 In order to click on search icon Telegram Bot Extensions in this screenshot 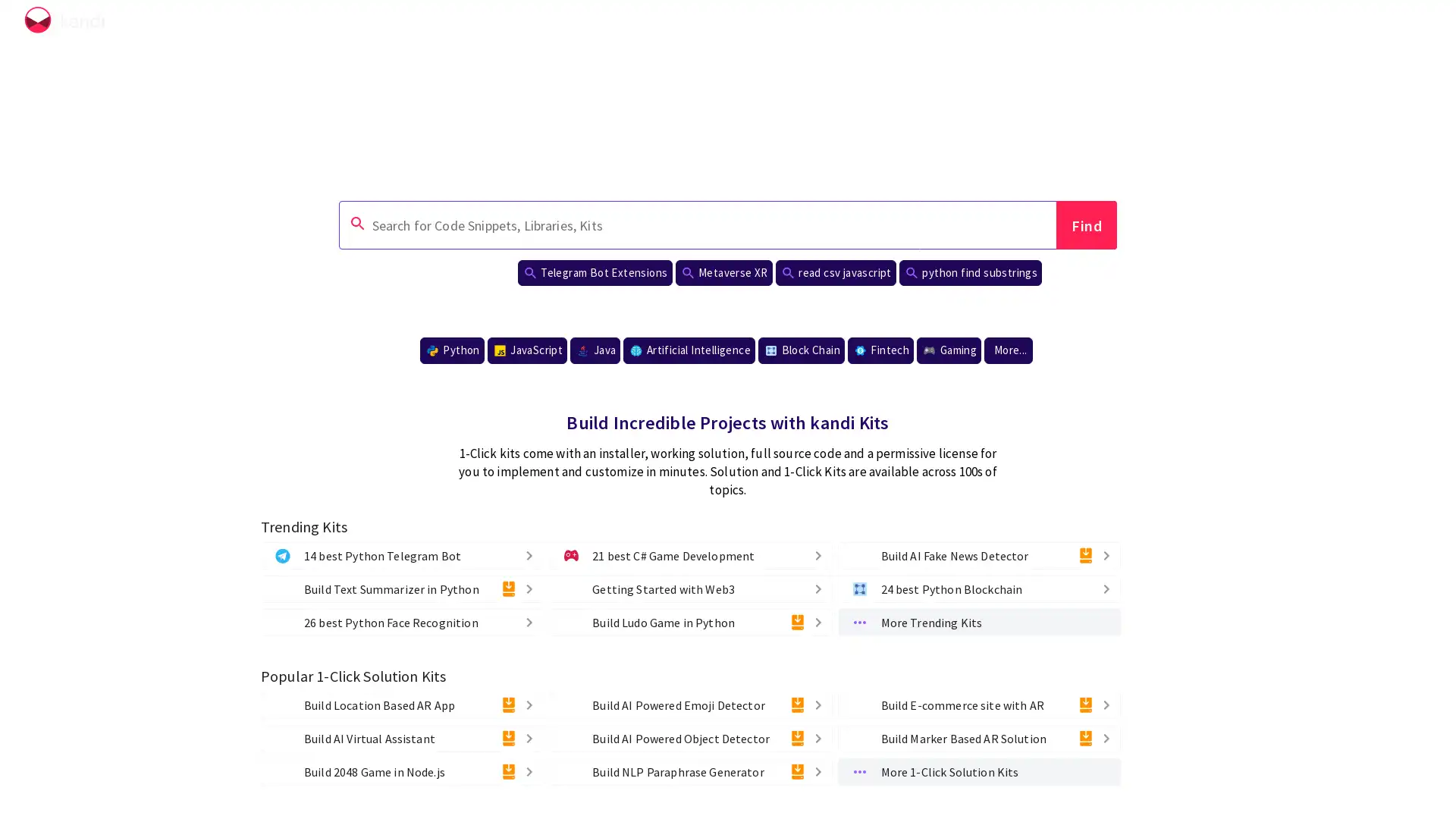, I will do `click(593, 271)`.